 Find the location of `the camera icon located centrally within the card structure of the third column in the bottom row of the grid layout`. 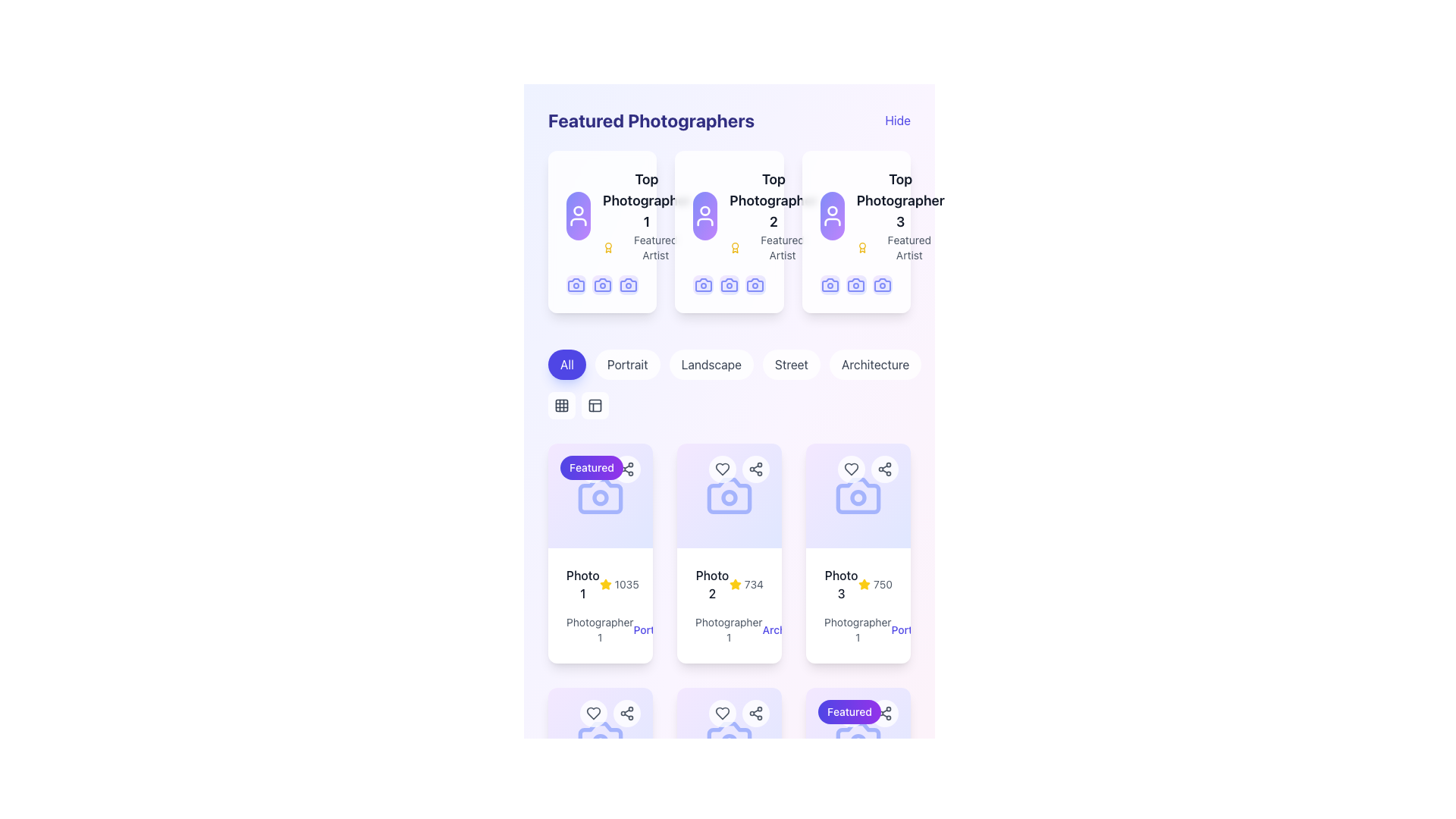

the camera icon located centrally within the card structure of the third column in the bottom row of the grid layout is located at coordinates (729, 739).